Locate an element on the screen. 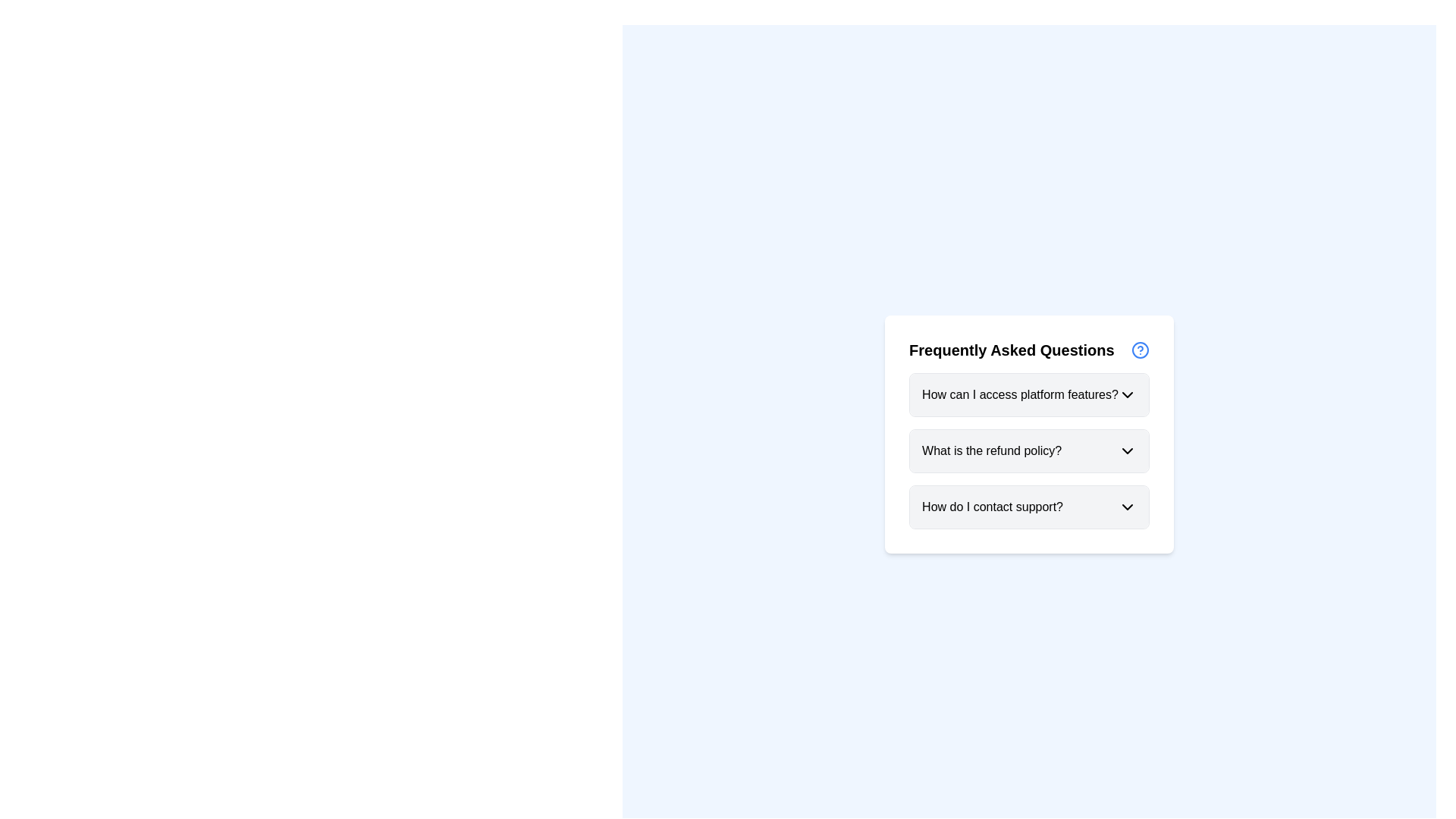 The image size is (1456, 819). the Vector graphics circle that signifies additional help or information in the 'Frequently Asked Questions' section, located in the upper-right corner of the header is located at coordinates (1140, 350).